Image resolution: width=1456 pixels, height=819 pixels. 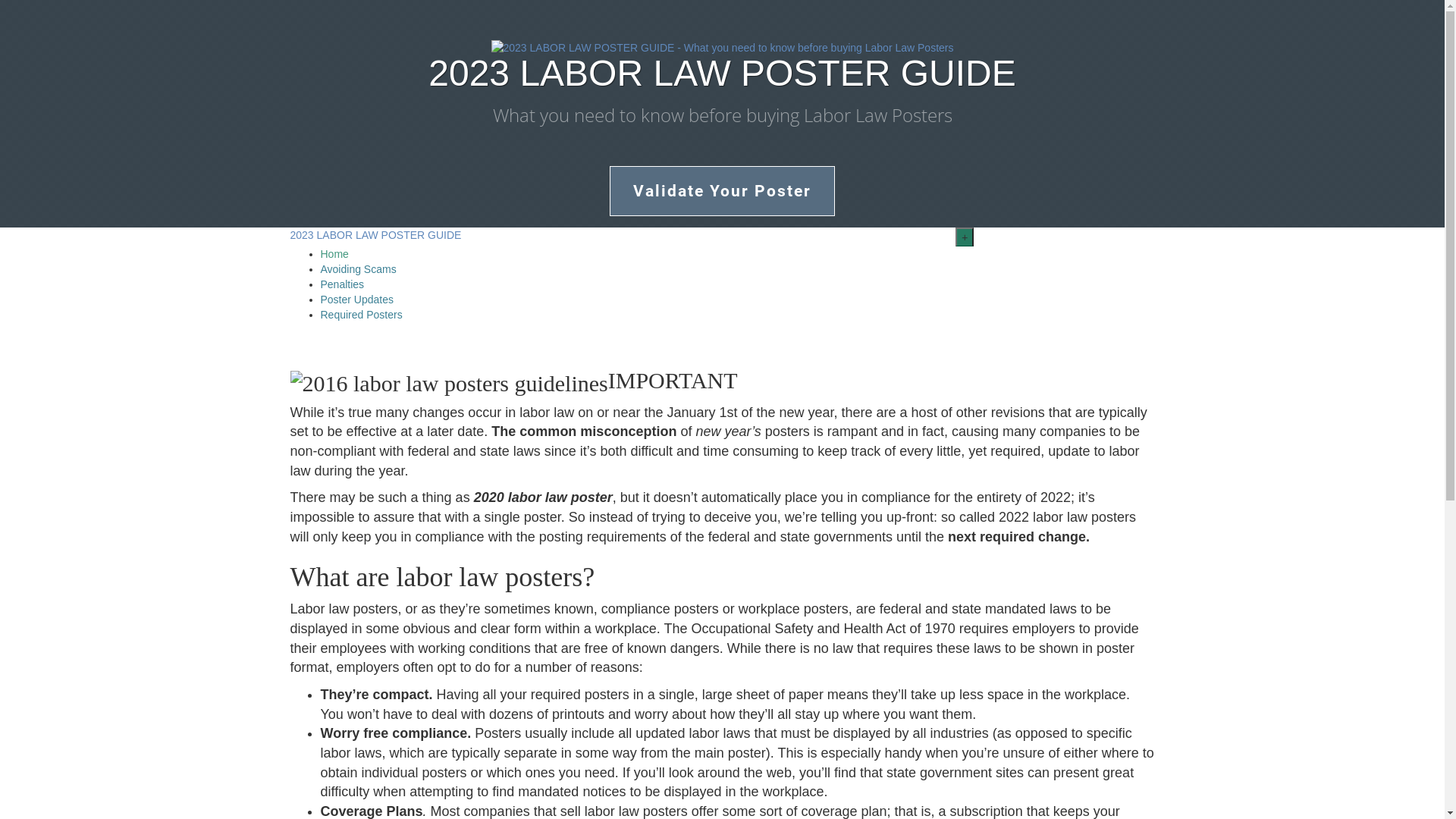 What do you see at coordinates (954, 237) in the screenshot?
I see `'+'` at bounding box center [954, 237].